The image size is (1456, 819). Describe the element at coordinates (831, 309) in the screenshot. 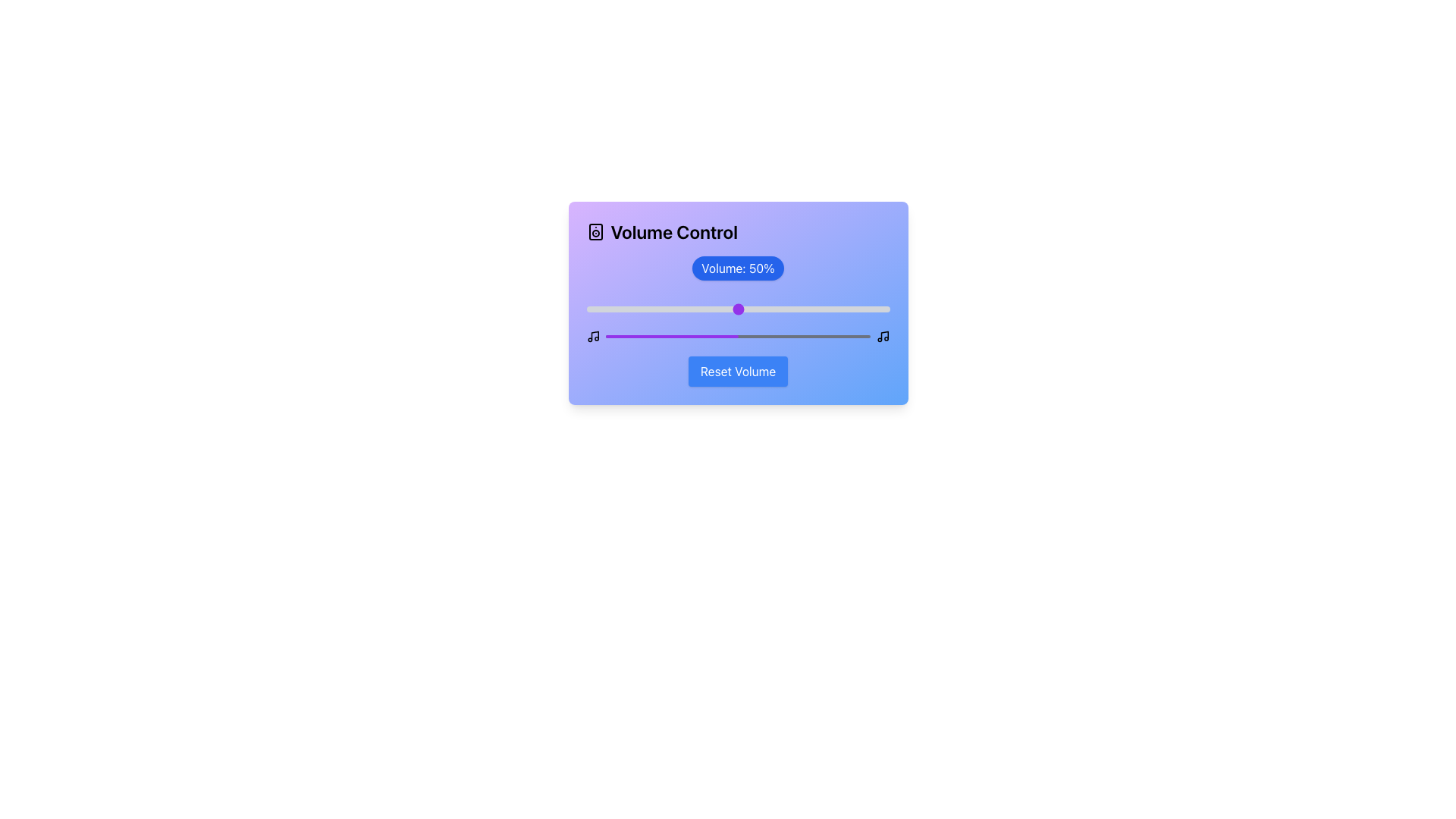

I see `volume` at that location.